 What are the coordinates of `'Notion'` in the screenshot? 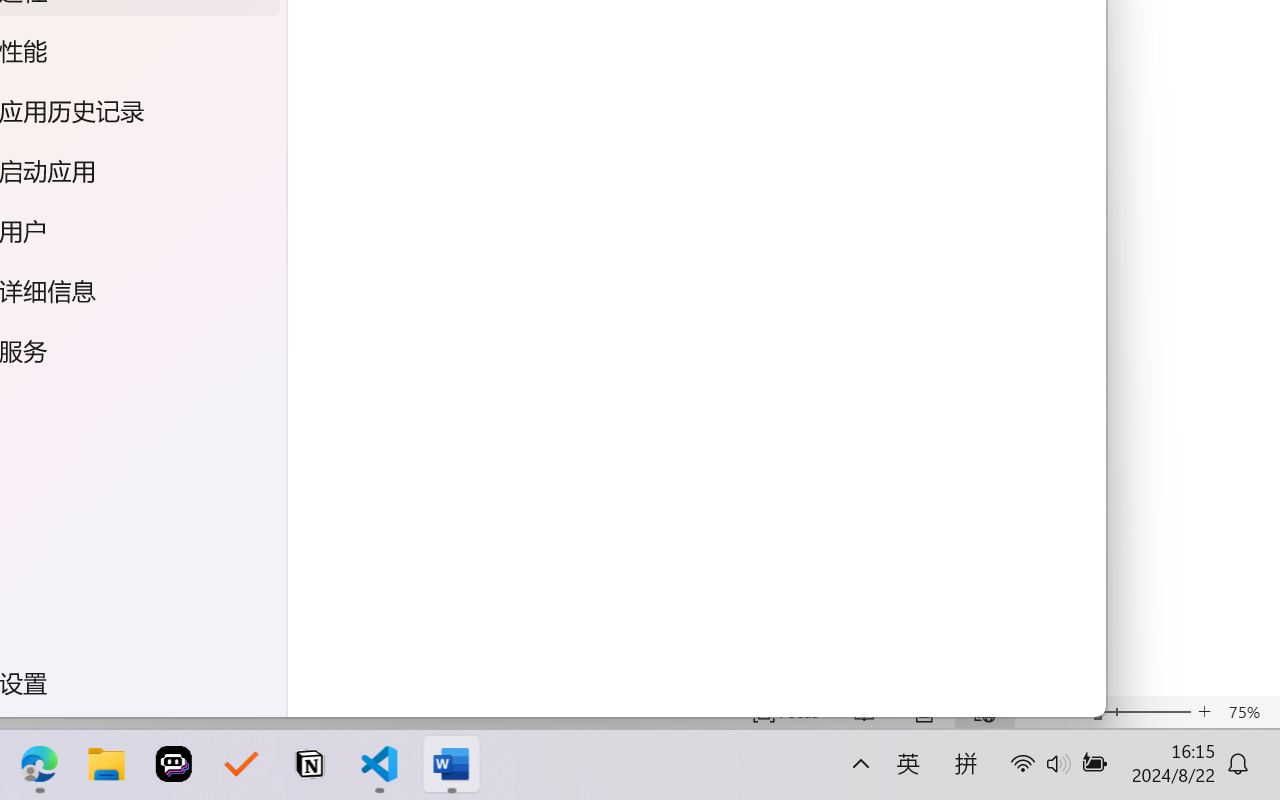 It's located at (299, 764).